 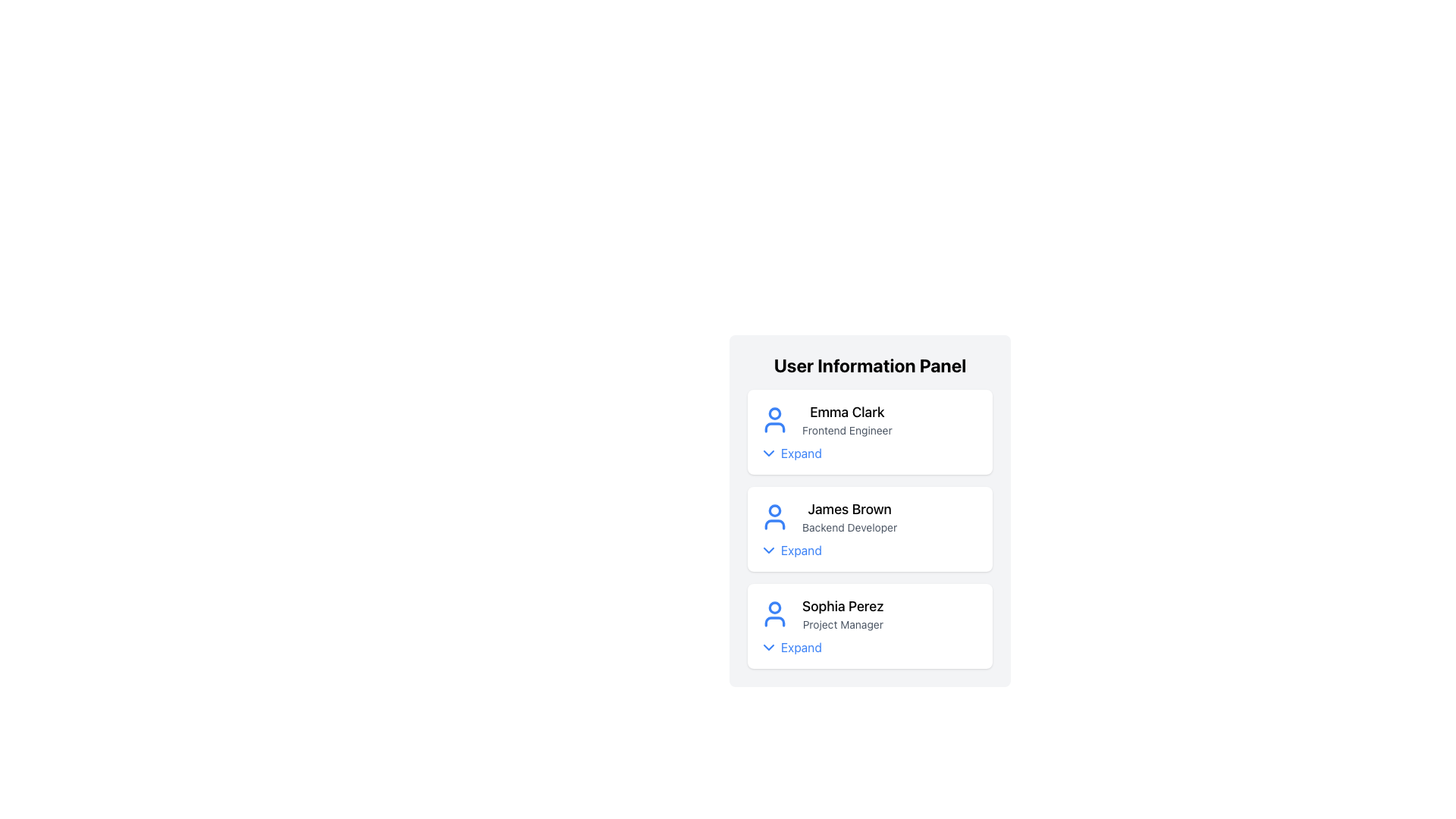 What do you see at coordinates (846, 412) in the screenshot?
I see `the static text label displaying the name 'Emma Clark' in the User Information Panel, which is prominently positioned at the top of the information card` at bounding box center [846, 412].